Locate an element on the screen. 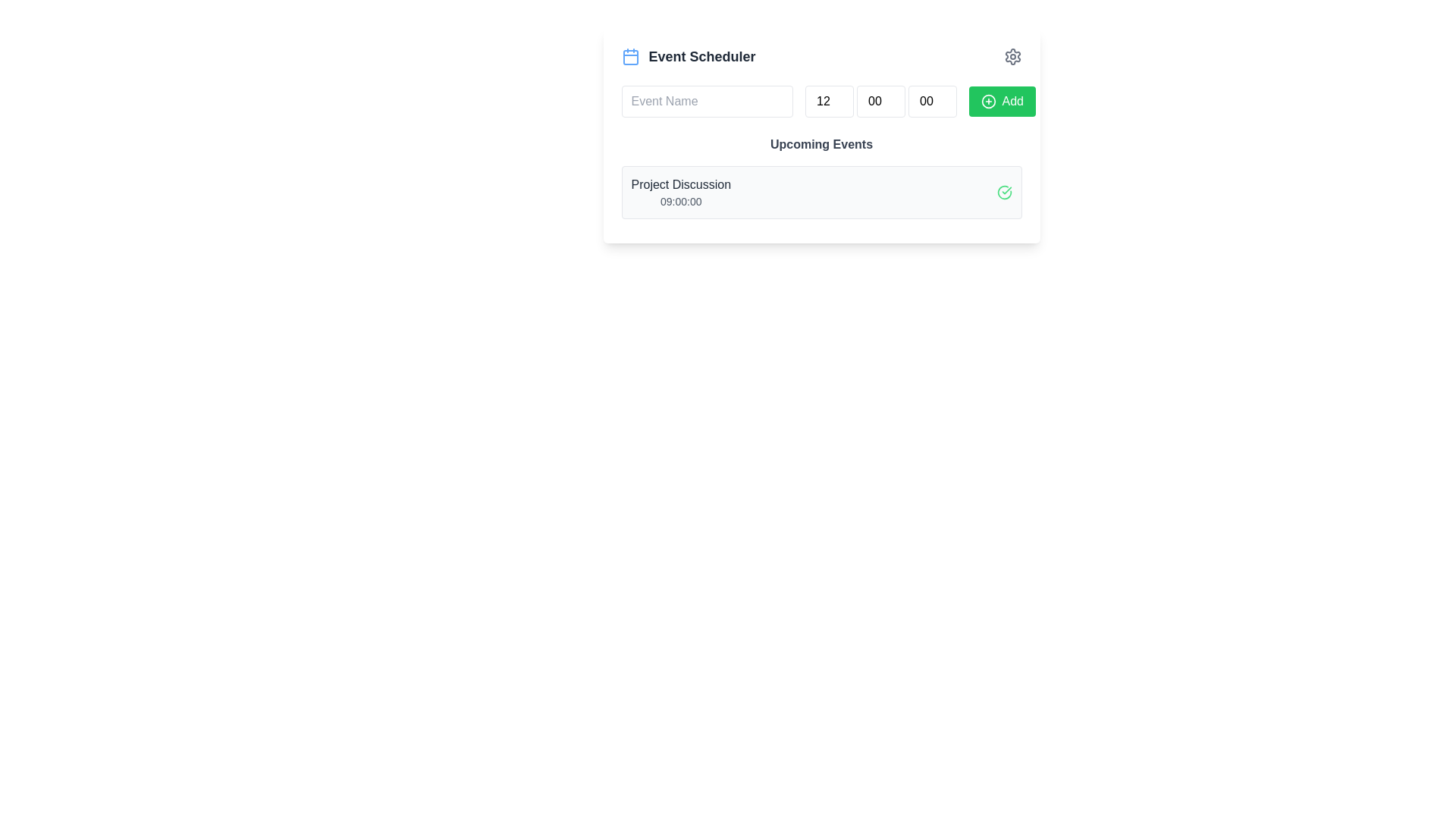 The image size is (1456, 819). the gear icon located in the top-right corner of the white panel, near the 'Event Scheduler' header and the green 'Add' button is located at coordinates (1012, 55).